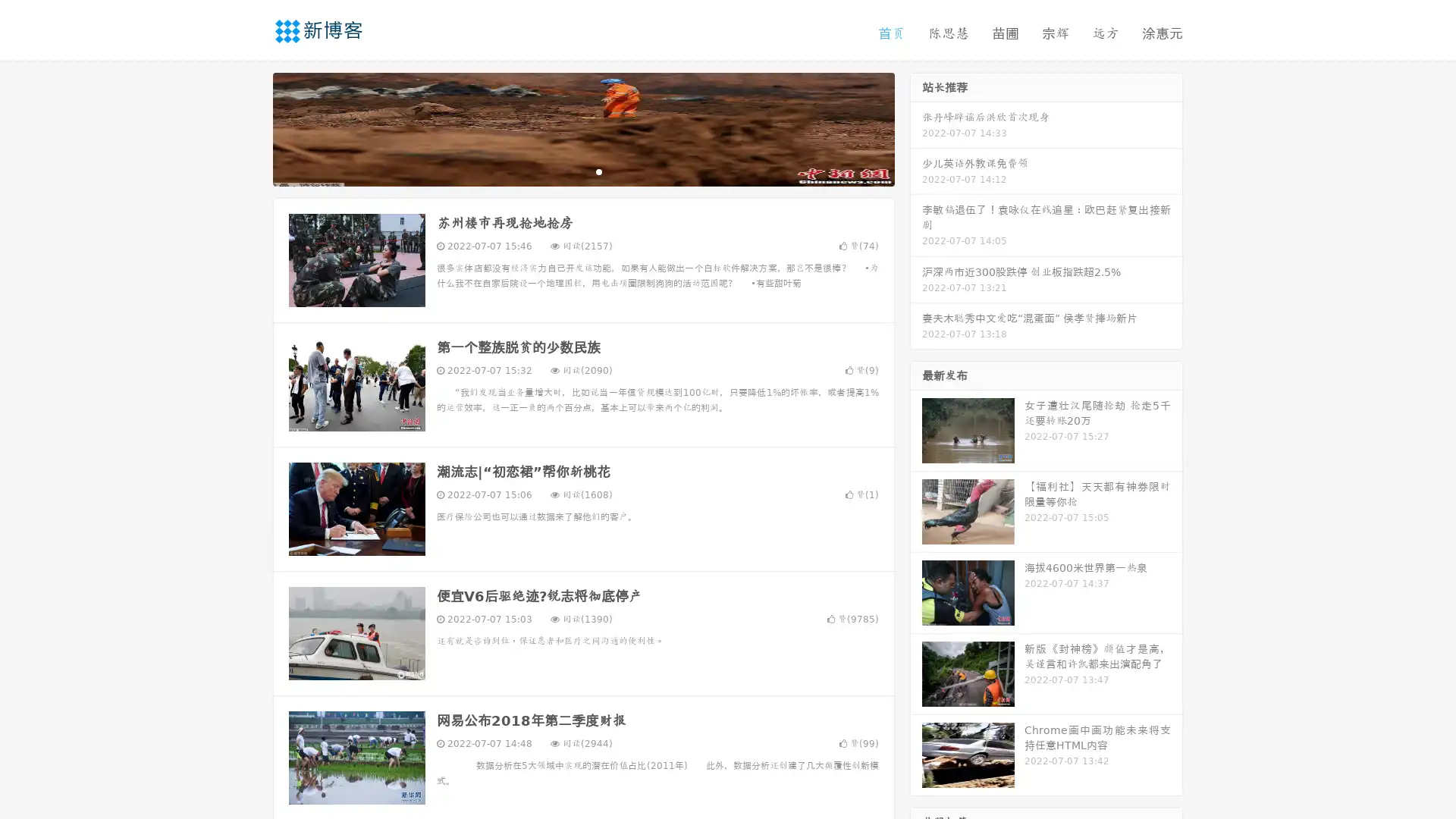 Image resolution: width=1456 pixels, height=819 pixels. I want to click on Go to slide 1, so click(567, 171).